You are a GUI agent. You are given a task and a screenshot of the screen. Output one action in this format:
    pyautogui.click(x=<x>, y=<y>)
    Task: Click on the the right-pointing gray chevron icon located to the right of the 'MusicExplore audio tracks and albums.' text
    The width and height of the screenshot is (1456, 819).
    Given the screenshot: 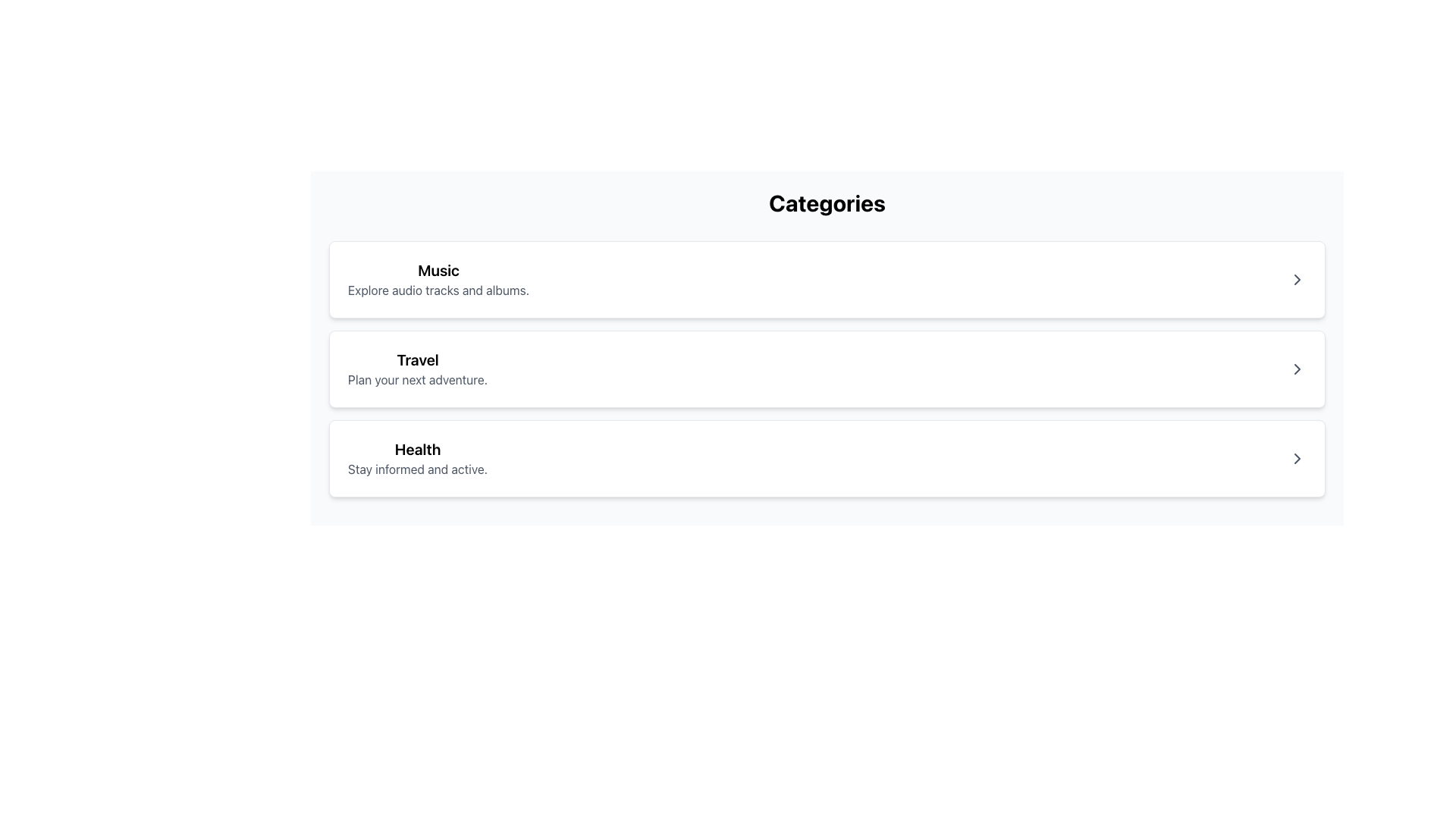 What is the action you would take?
    pyautogui.click(x=1296, y=280)
    